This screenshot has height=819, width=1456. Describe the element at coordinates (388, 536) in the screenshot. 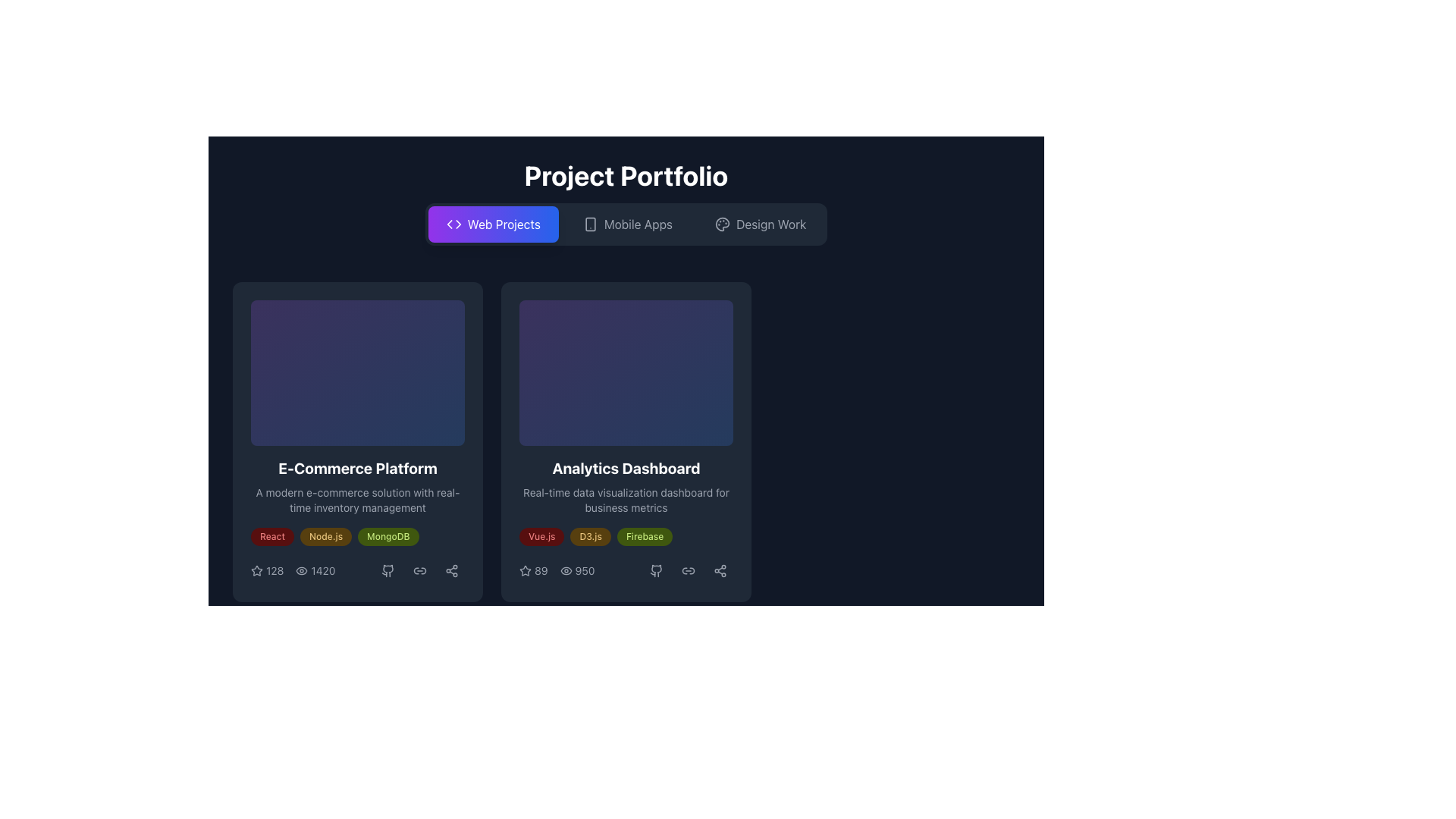

I see `the 'MongoDB' label, which is the rightmost tag with a dark green background and light green text located at the bottom of the 'E-Commerce Platform' card` at that location.